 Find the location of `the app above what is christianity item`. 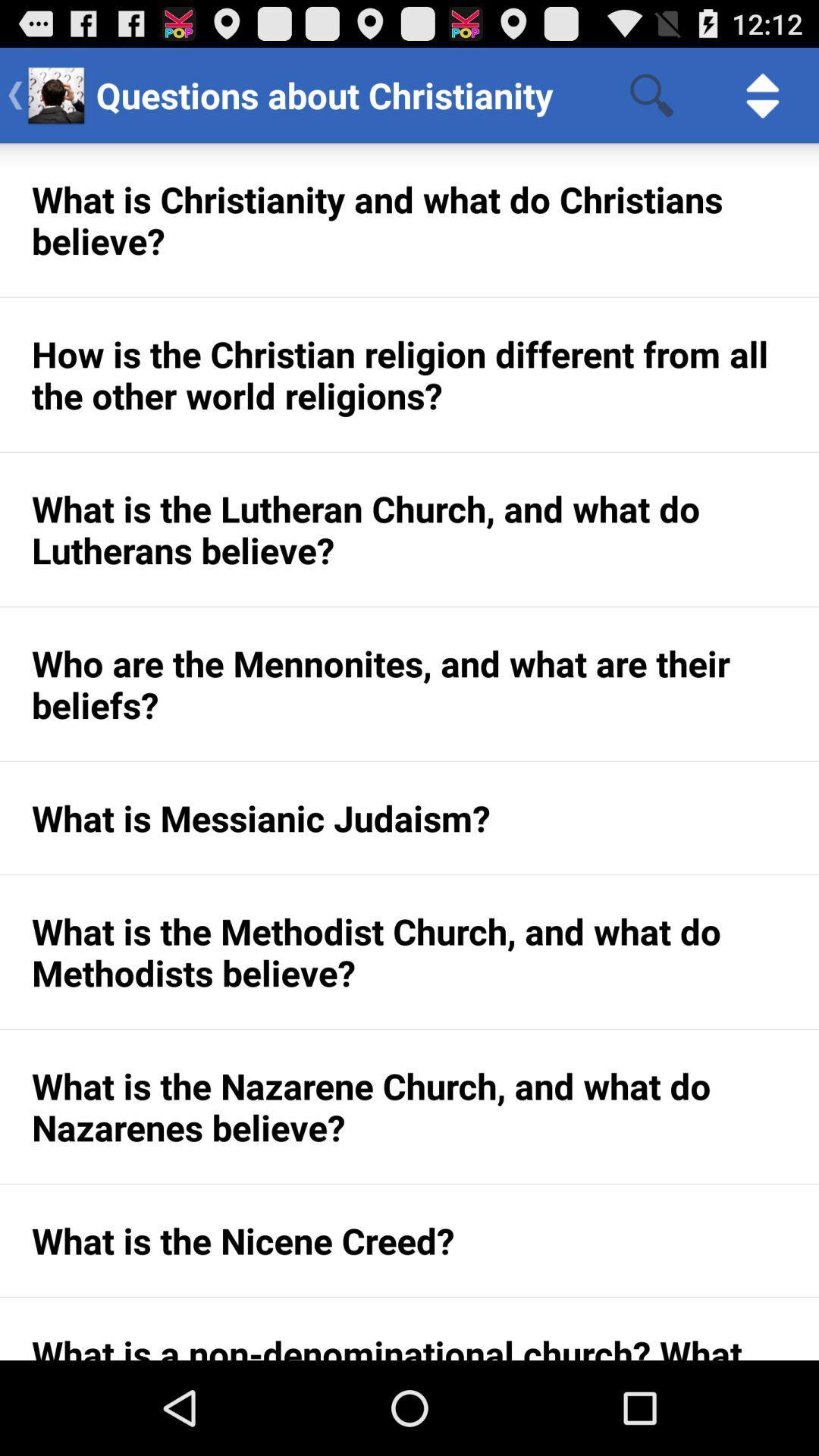

the app above what is christianity item is located at coordinates (651, 94).